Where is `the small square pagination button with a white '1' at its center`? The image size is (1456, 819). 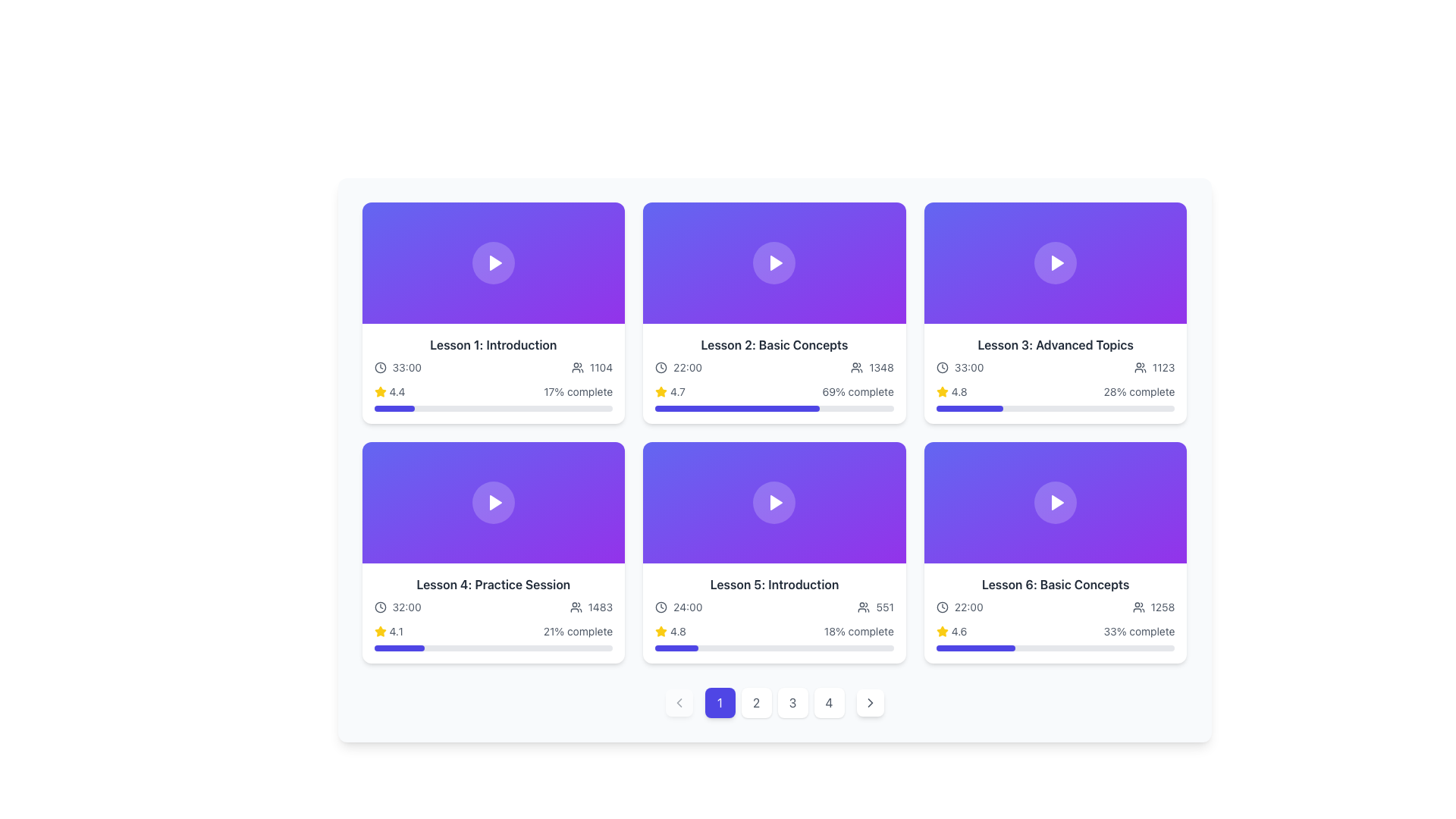
the small square pagination button with a white '1' at its center is located at coordinates (719, 702).